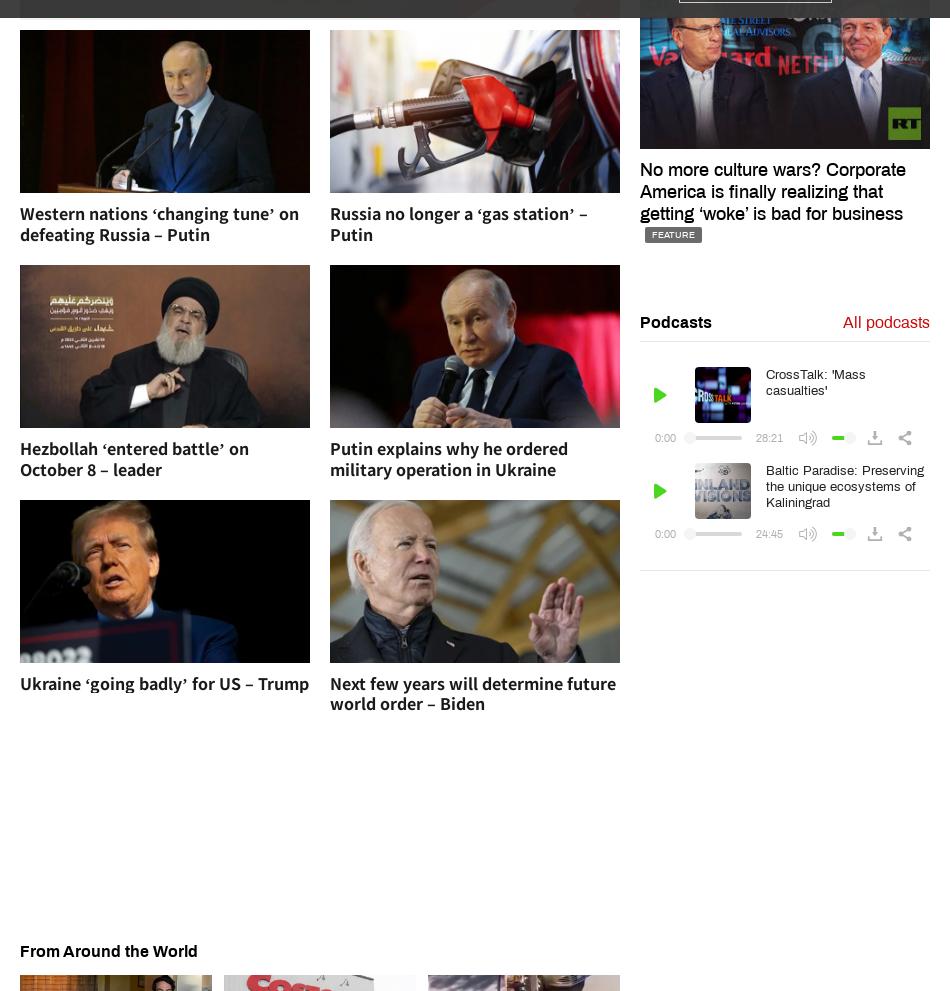 The image size is (950, 991). I want to click on 'All podcasts', so click(884, 321).